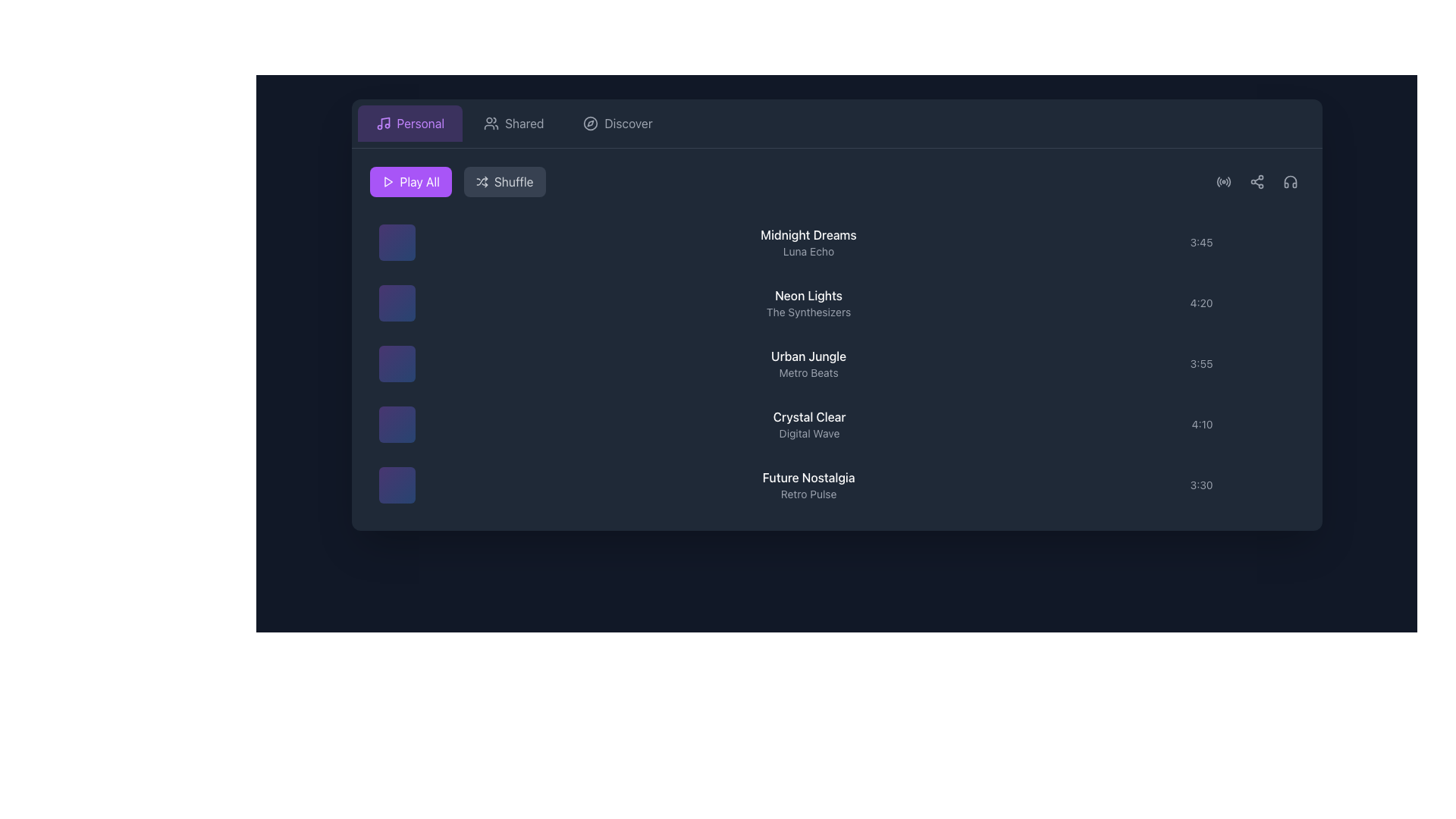 Image resolution: width=1456 pixels, height=819 pixels. I want to click on to select the song 'Midnight Dreams' from the music playlist list item, which is styled as a rectangular horizontal row with a thumbnail, song title, artist name, and duration, so click(836, 242).